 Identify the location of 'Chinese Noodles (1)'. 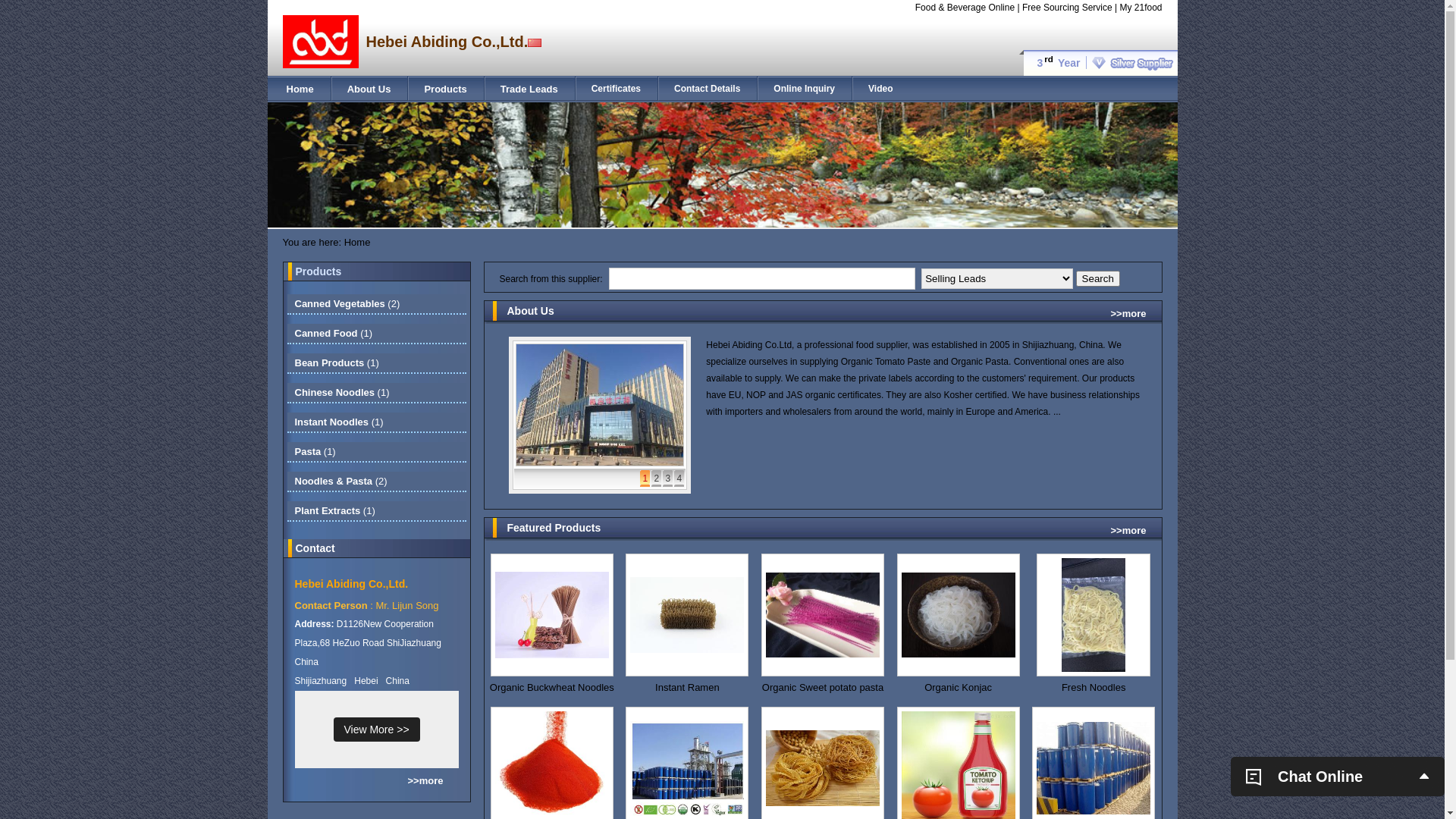
(294, 391).